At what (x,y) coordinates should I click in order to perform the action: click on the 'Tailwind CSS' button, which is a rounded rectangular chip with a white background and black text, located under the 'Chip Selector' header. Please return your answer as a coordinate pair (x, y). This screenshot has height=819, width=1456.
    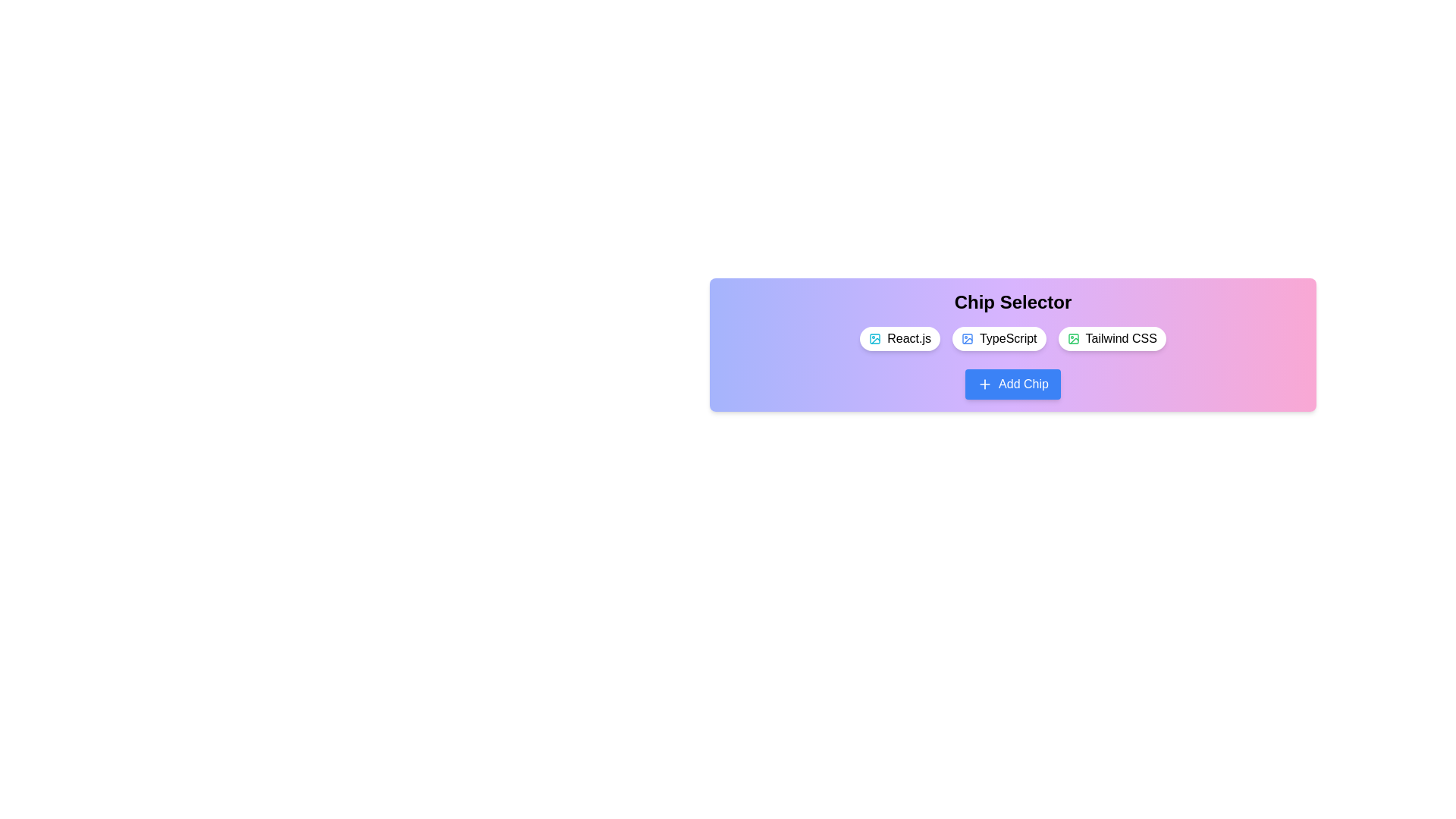
    Looking at the image, I should click on (1112, 338).